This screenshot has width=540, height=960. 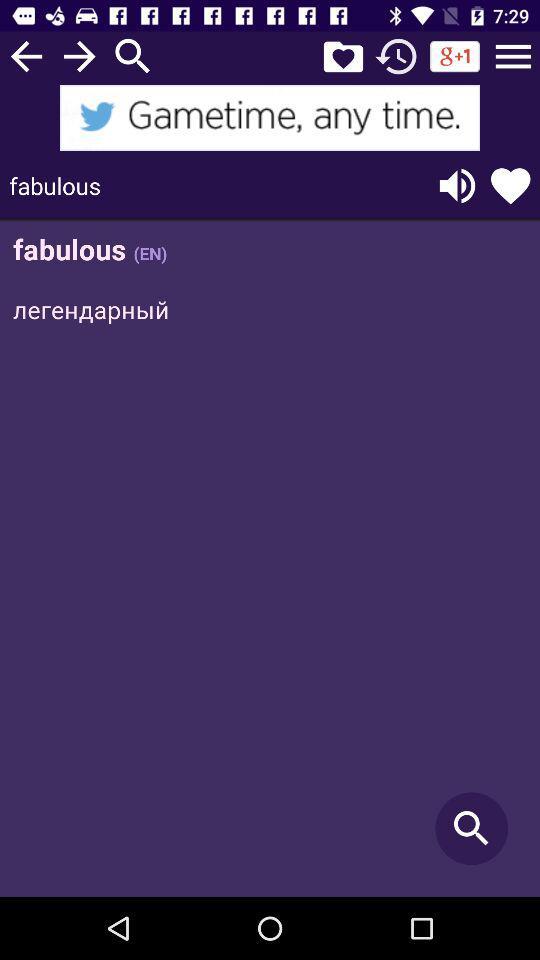 I want to click on next, so click(x=78, y=55).